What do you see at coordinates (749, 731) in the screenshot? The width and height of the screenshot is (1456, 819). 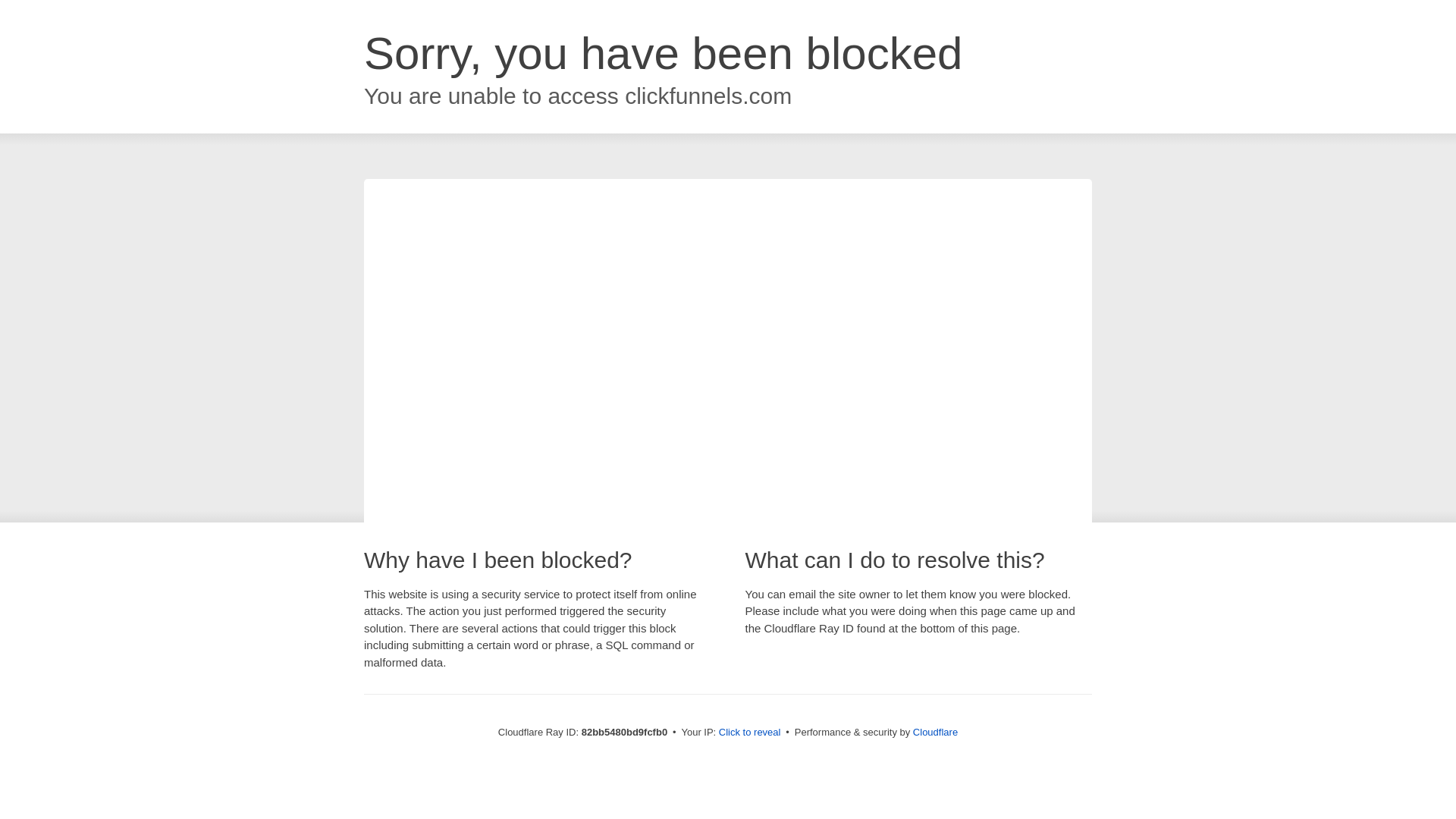 I see `'Click to reveal'` at bounding box center [749, 731].